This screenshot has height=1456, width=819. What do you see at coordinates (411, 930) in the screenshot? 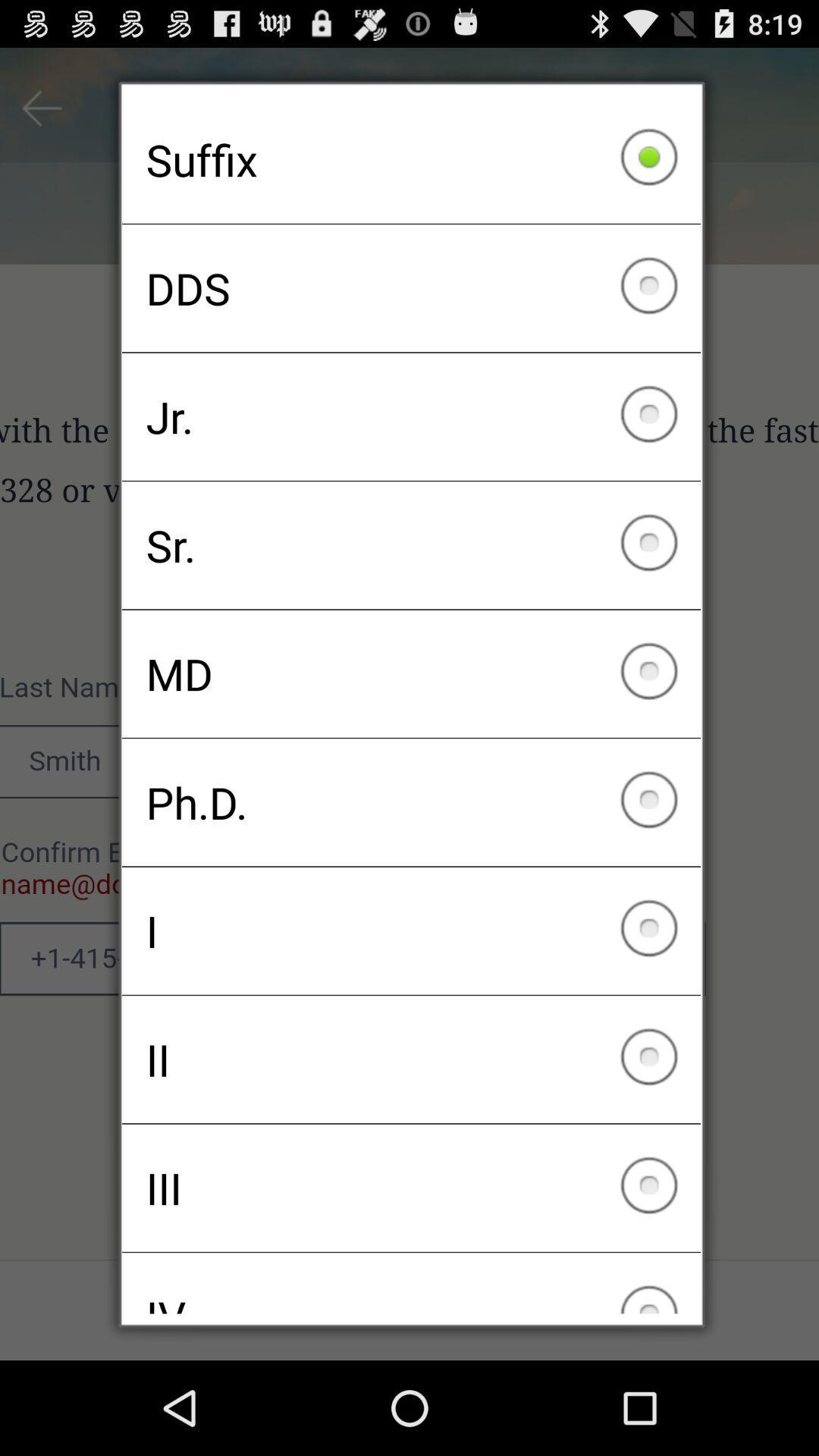
I see `i` at bounding box center [411, 930].